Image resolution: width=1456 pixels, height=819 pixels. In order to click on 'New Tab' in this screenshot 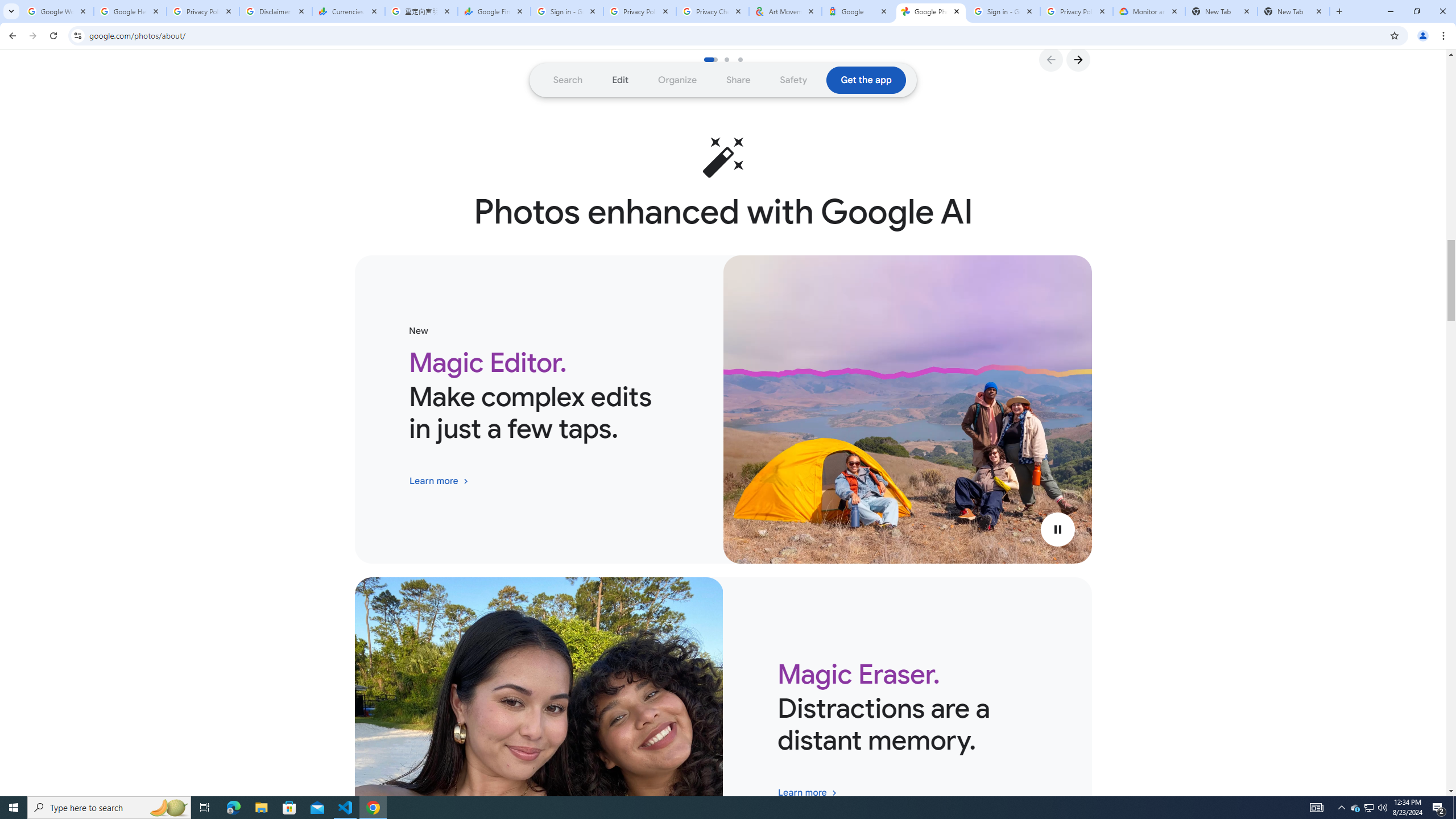, I will do `click(1221, 11)`.